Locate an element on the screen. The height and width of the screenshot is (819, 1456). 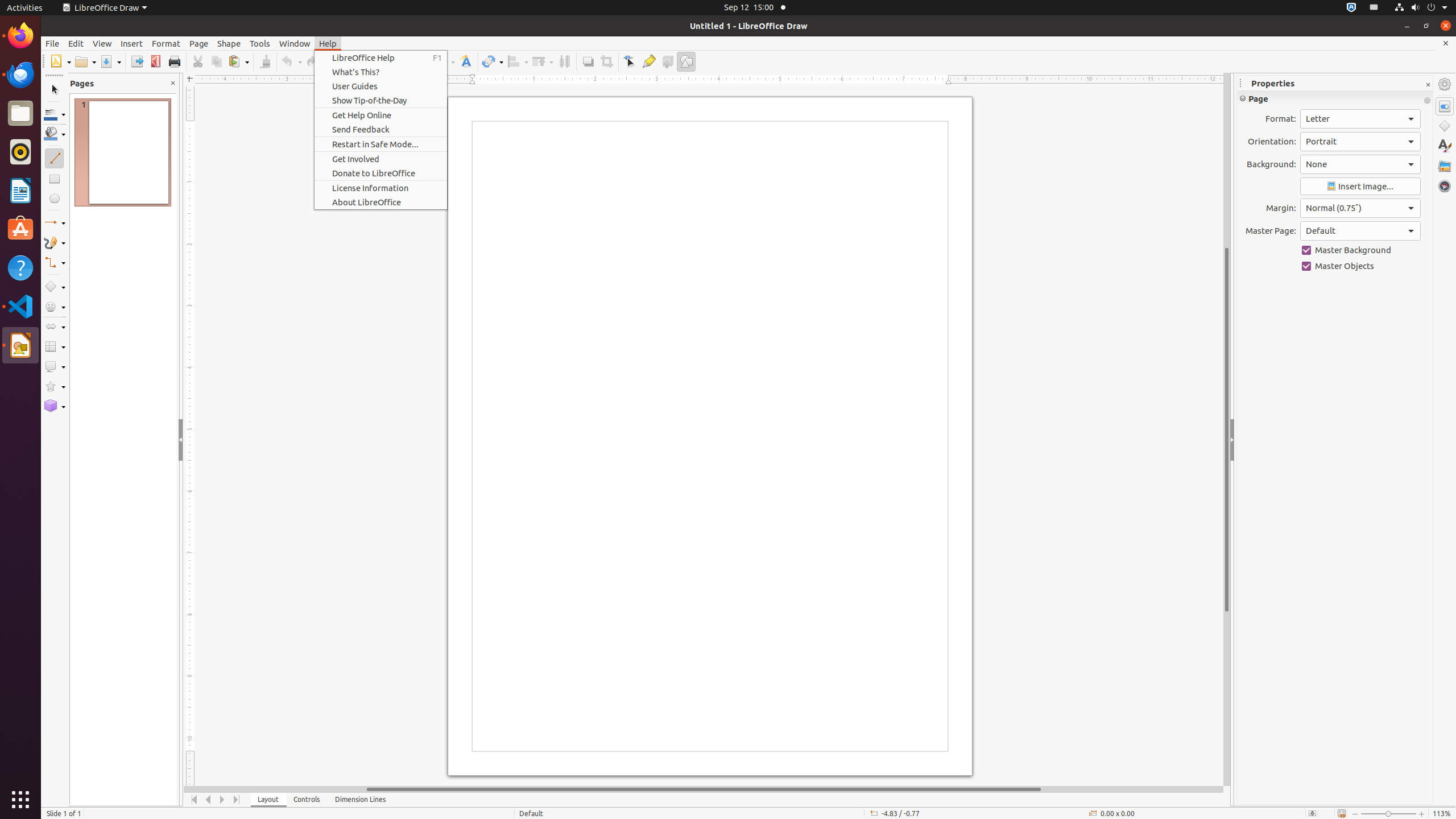
'Line Color' is located at coordinates (54, 113).